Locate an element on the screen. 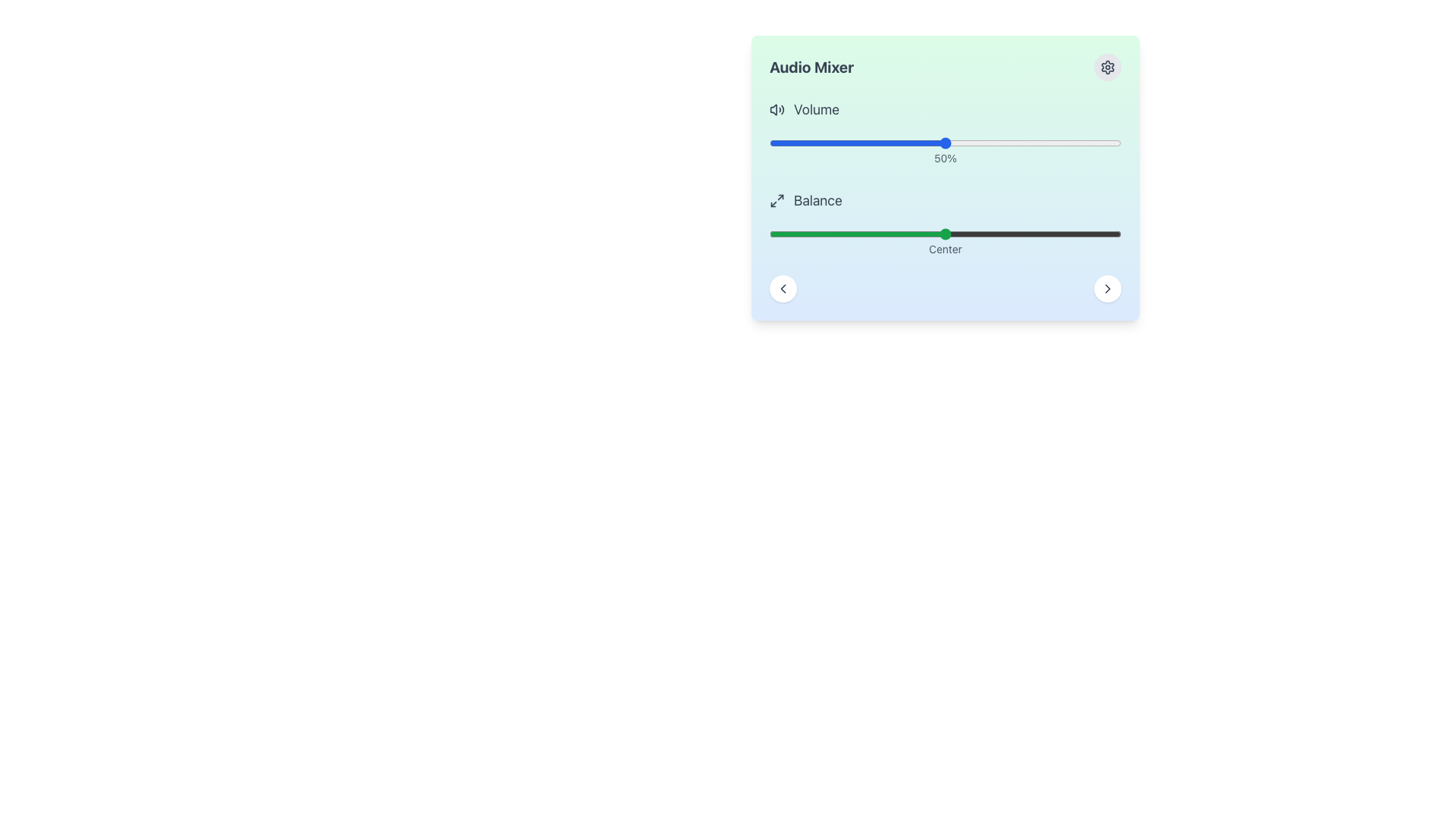  balance is located at coordinates (875, 234).